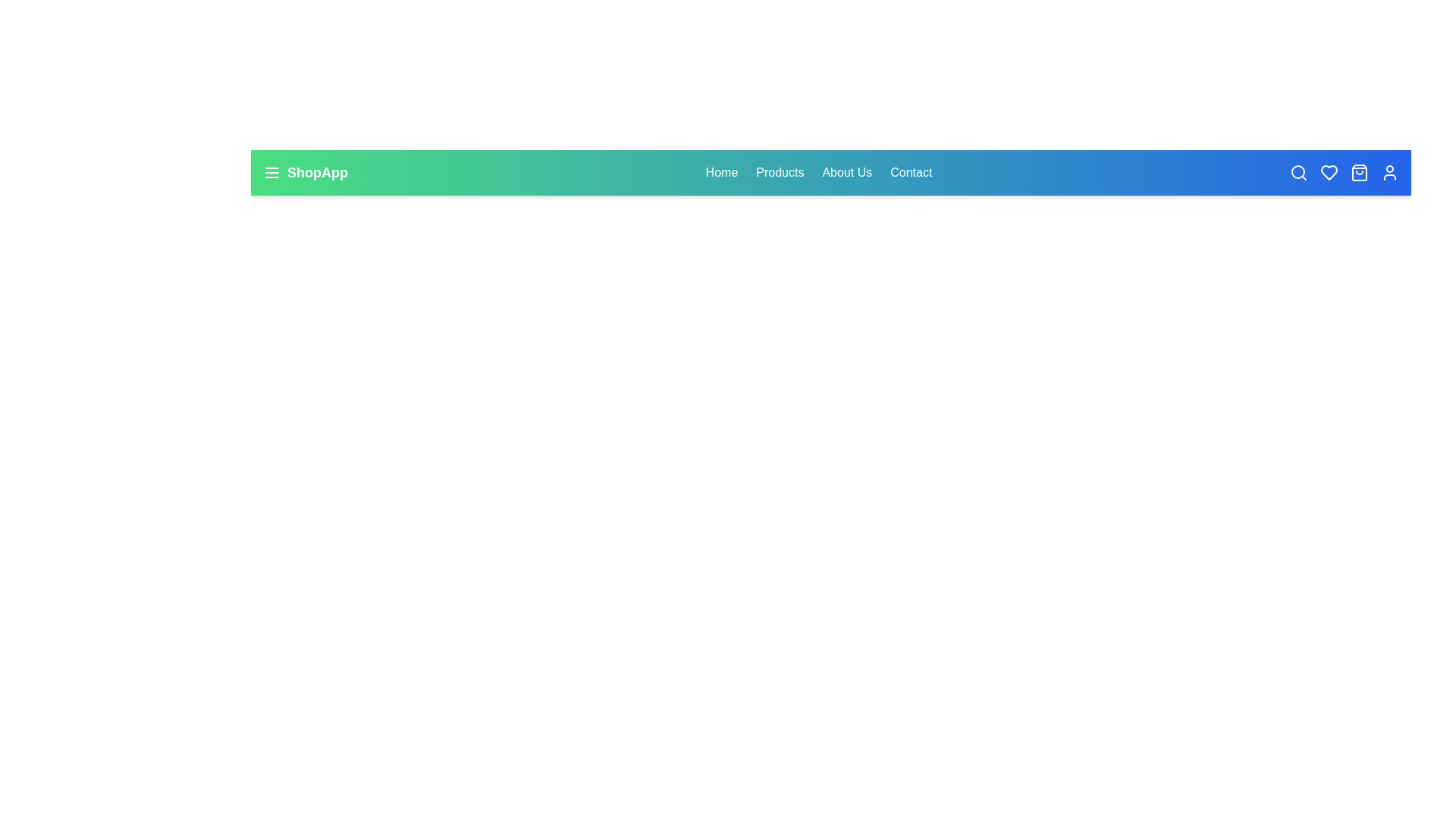 This screenshot has width=1456, height=819. Describe the element at coordinates (720, 171) in the screenshot. I see `the 'Home' link in the navigation bar` at that location.